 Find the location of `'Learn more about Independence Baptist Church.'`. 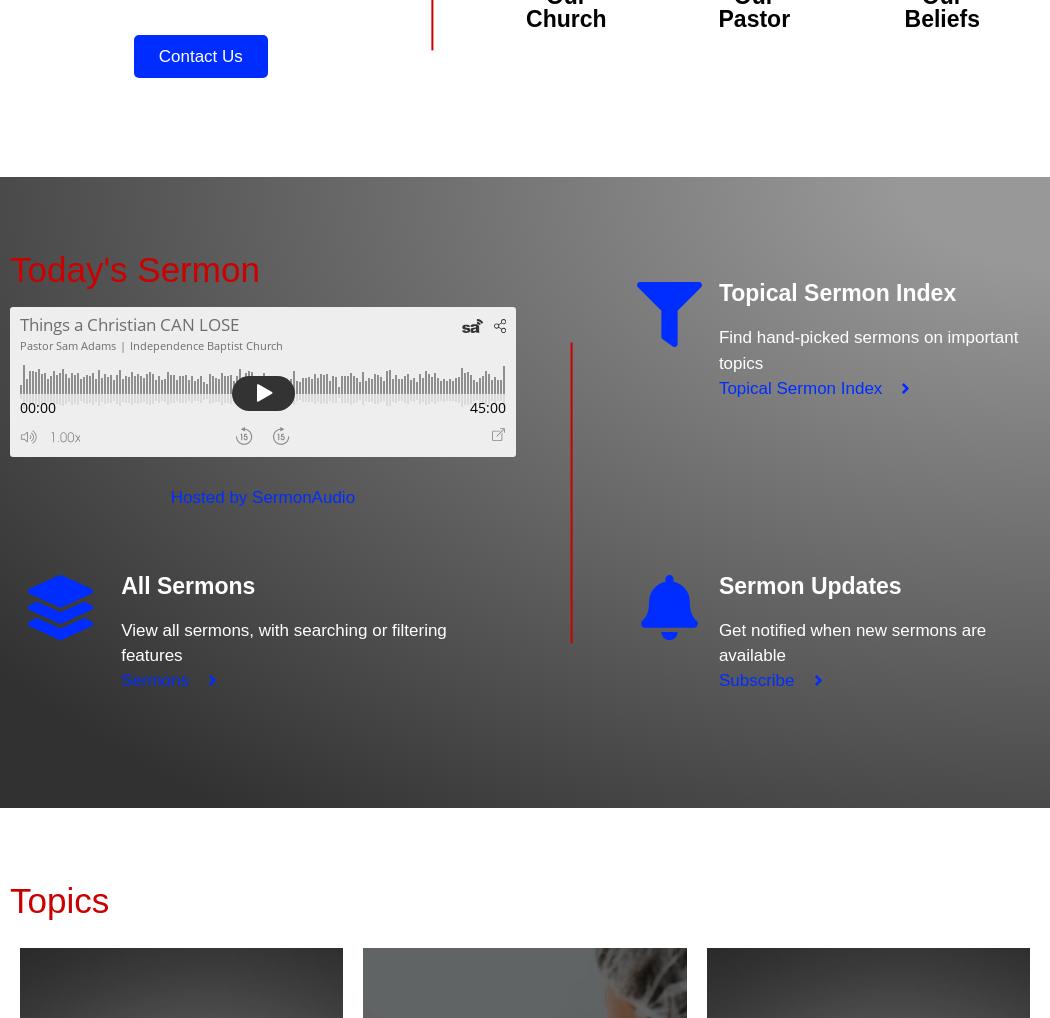

'Learn more about Independence Baptist Church.' is located at coordinates (564, 199).